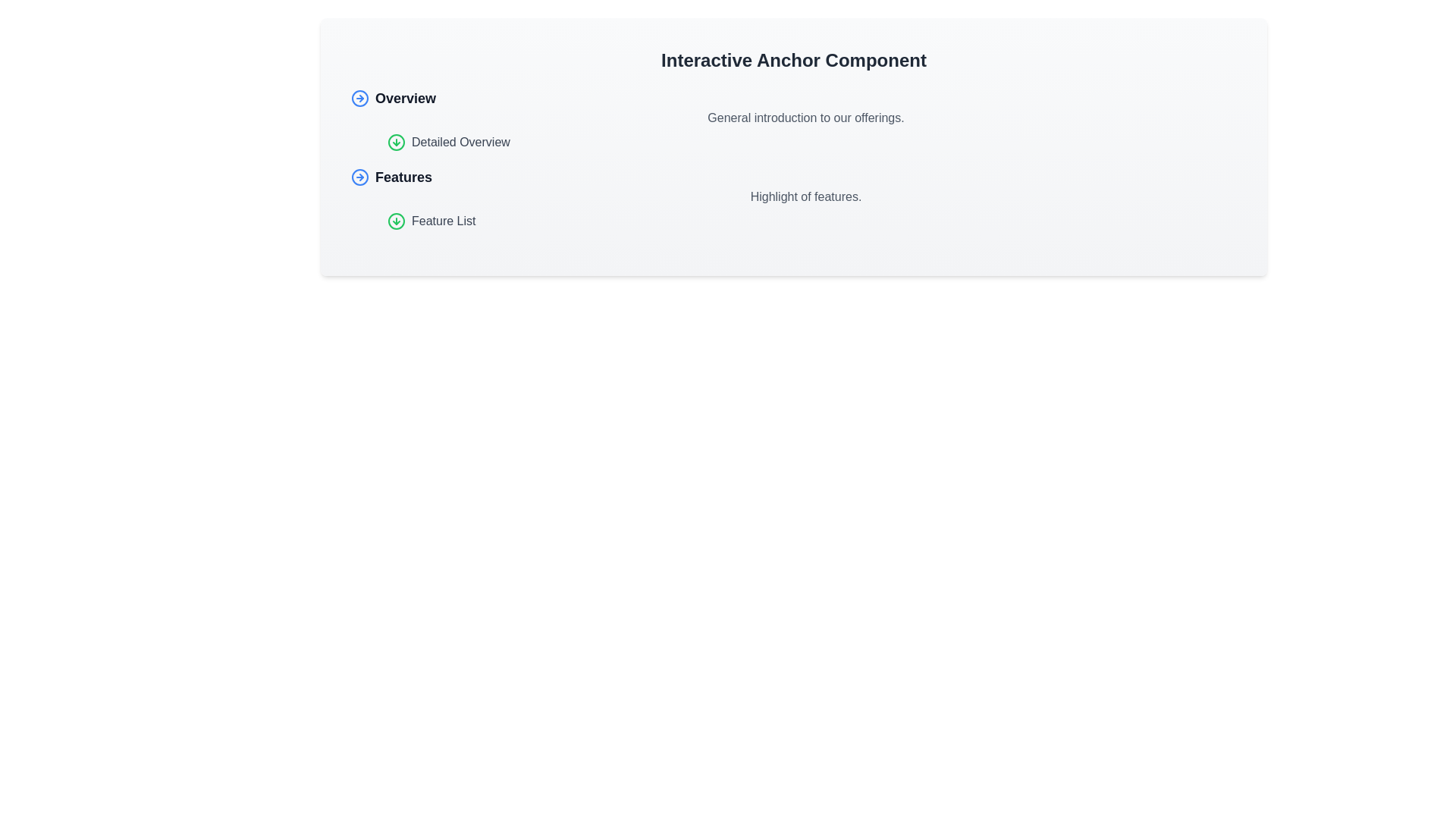 The image size is (1456, 819). I want to click on the clickable hyperlink located between the 'Overview' and 'Feature List' links to observe a visual change in text color, so click(403, 177).